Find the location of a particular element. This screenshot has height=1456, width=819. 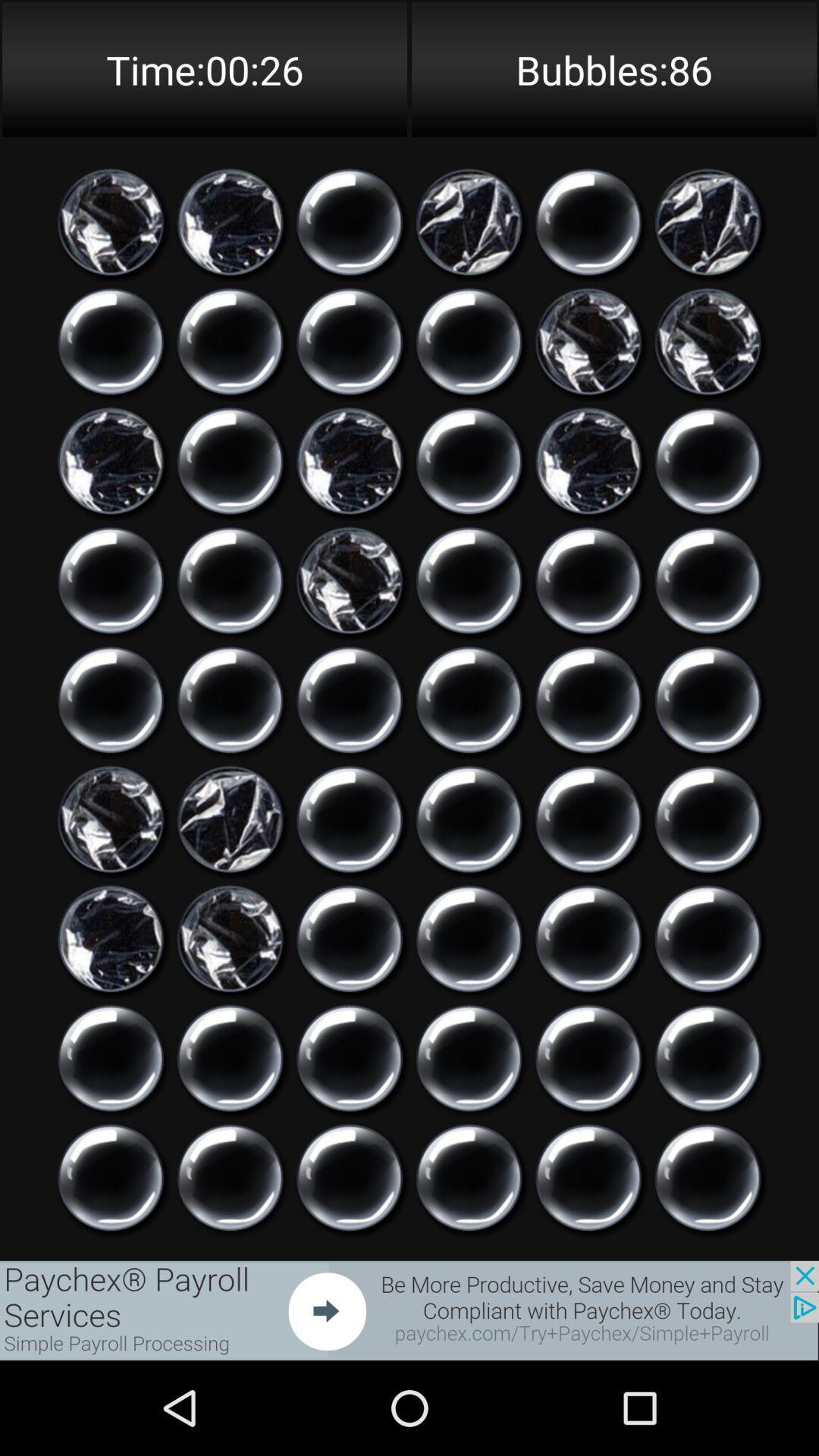

pop this bubble is located at coordinates (468, 221).